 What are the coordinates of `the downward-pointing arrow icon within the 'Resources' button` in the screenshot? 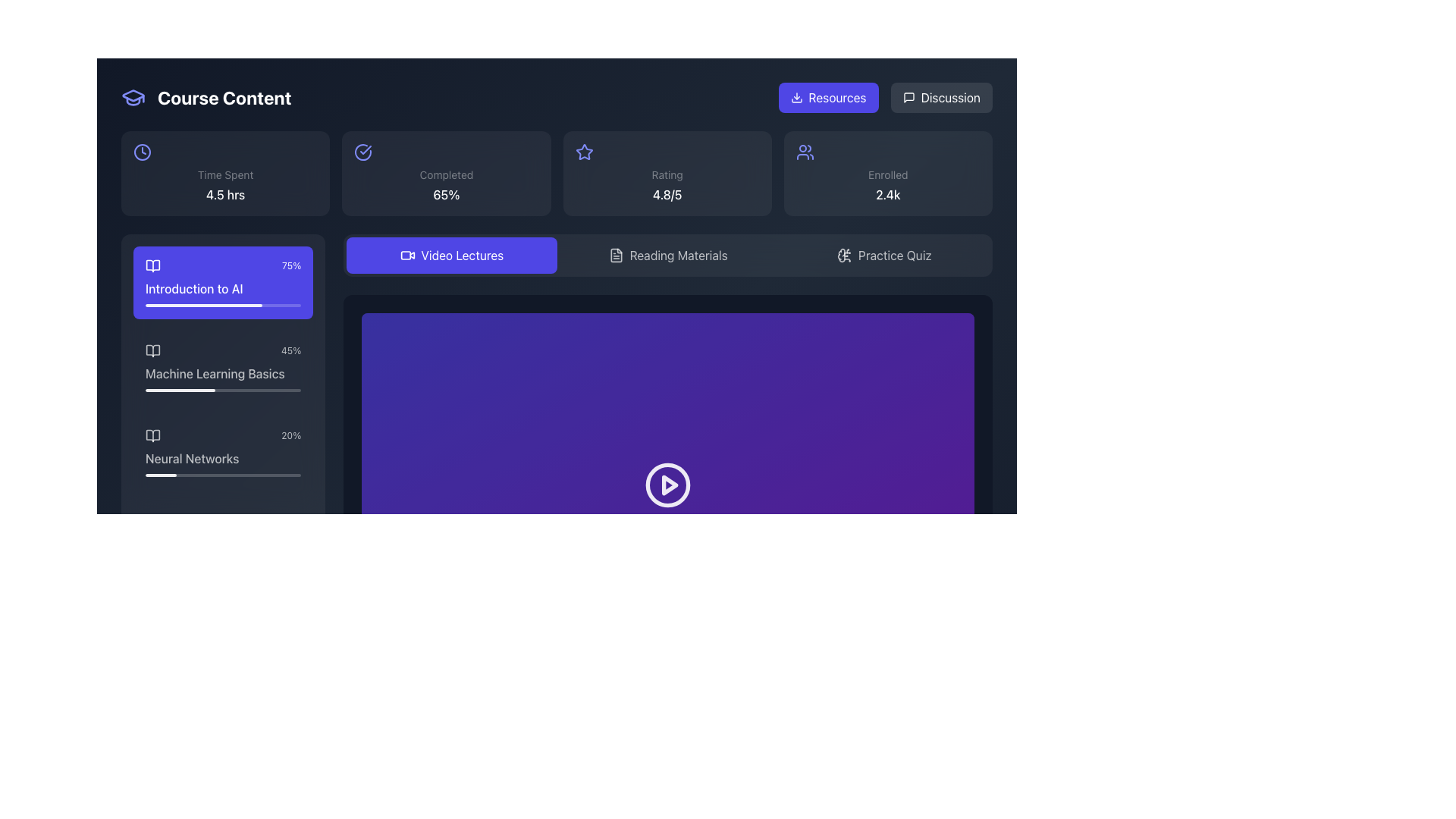 It's located at (795, 97).